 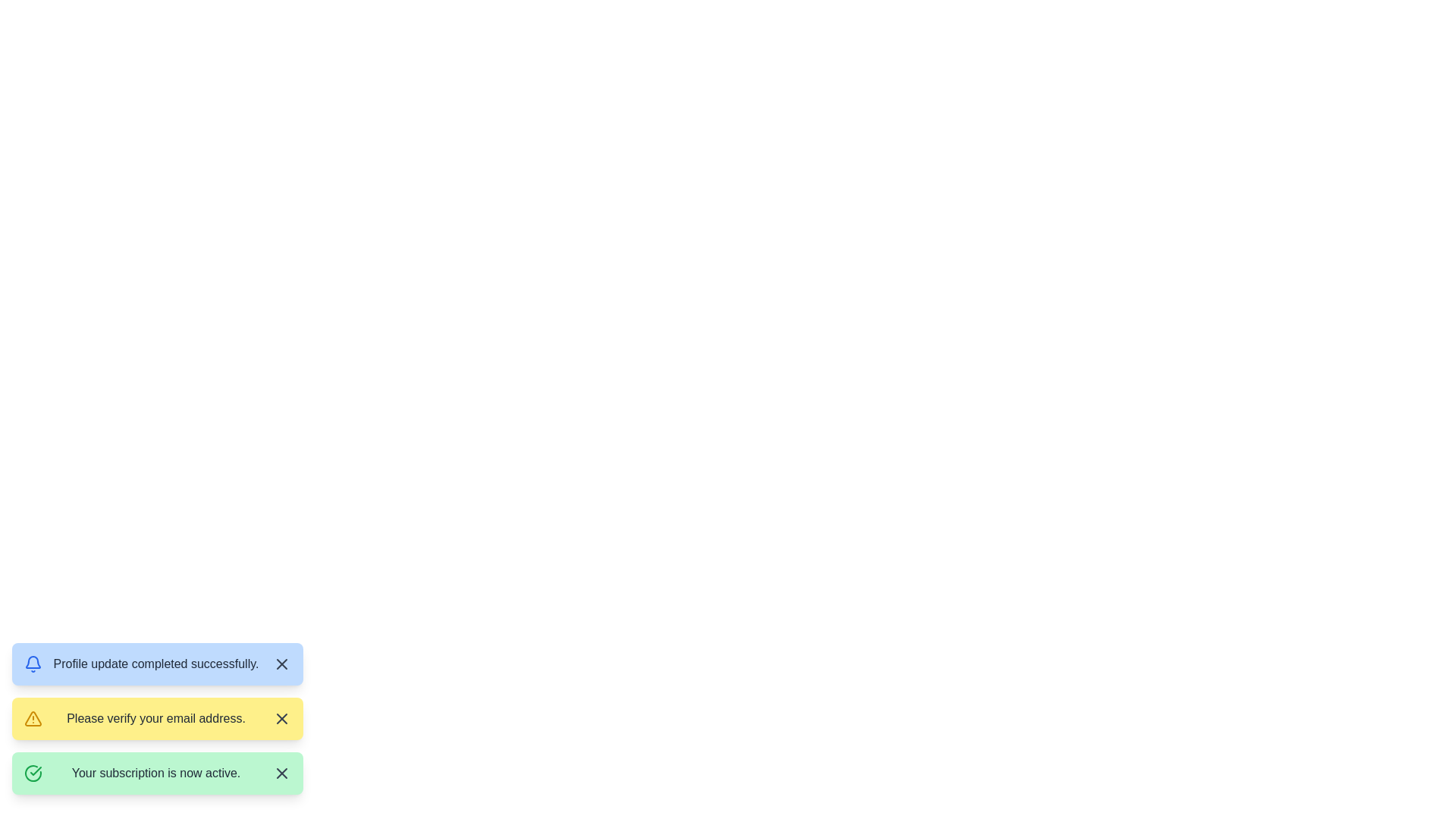 What do you see at coordinates (157, 718) in the screenshot?
I see `the close icon (an 'X') of the alert notification with a pale yellow background that says 'Please verify your email address.'` at bounding box center [157, 718].